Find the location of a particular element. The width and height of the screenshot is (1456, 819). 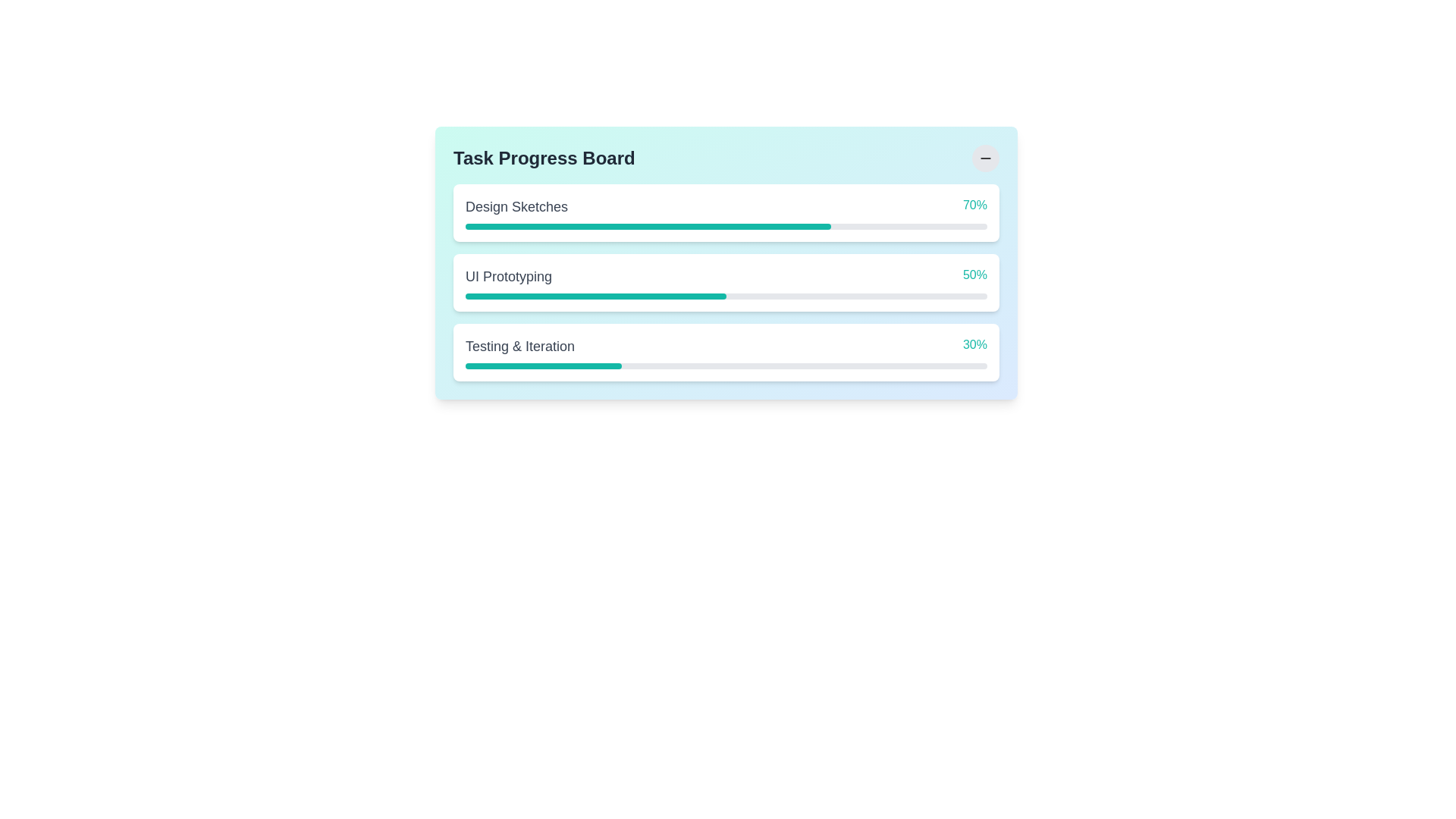

the text label displaying '50%' in teal color, positioned to the right of 'UI Prototyping' and above the progress bar is located at coordinates (975, 277).